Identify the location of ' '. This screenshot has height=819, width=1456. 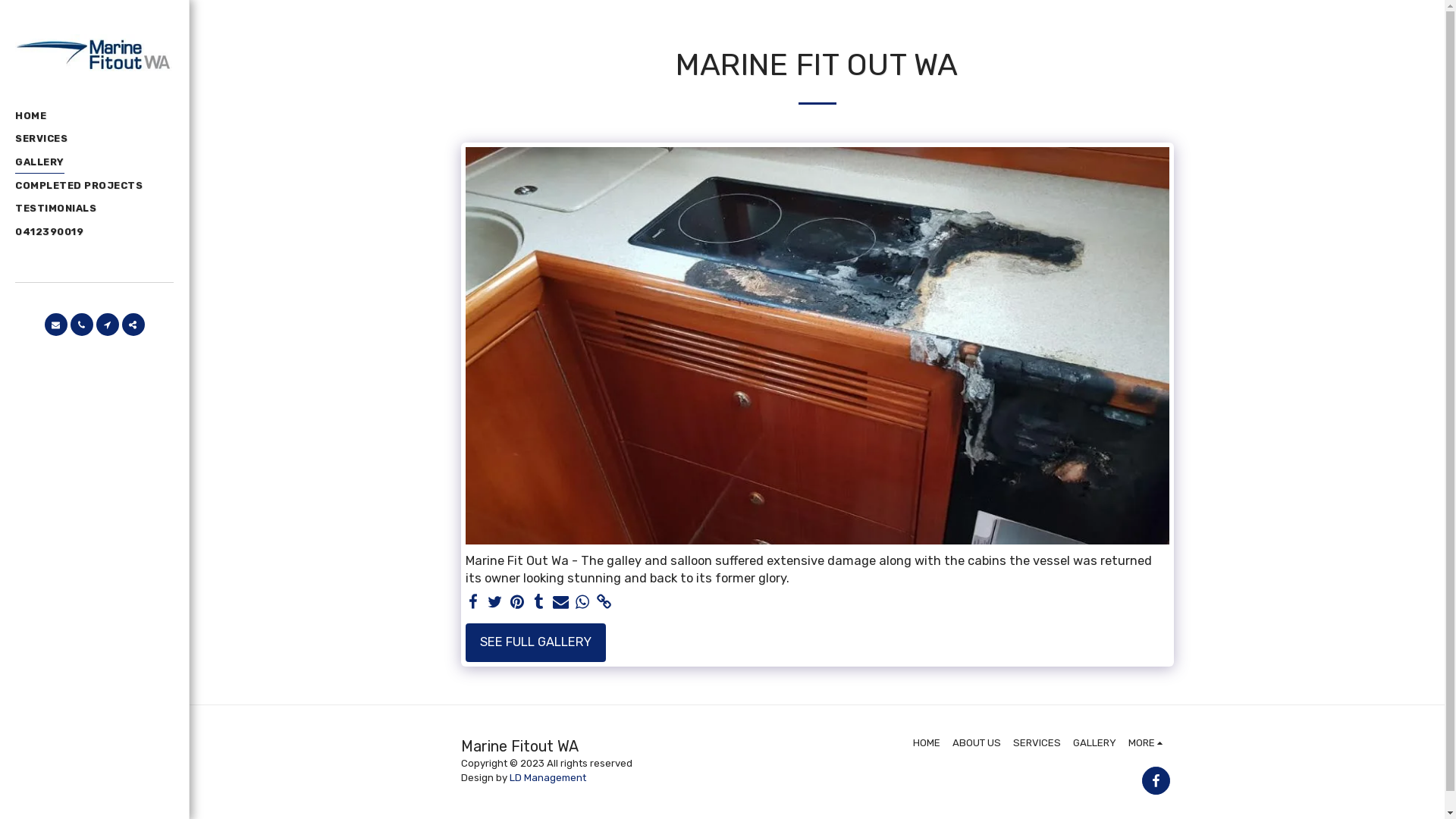
(487, 601).